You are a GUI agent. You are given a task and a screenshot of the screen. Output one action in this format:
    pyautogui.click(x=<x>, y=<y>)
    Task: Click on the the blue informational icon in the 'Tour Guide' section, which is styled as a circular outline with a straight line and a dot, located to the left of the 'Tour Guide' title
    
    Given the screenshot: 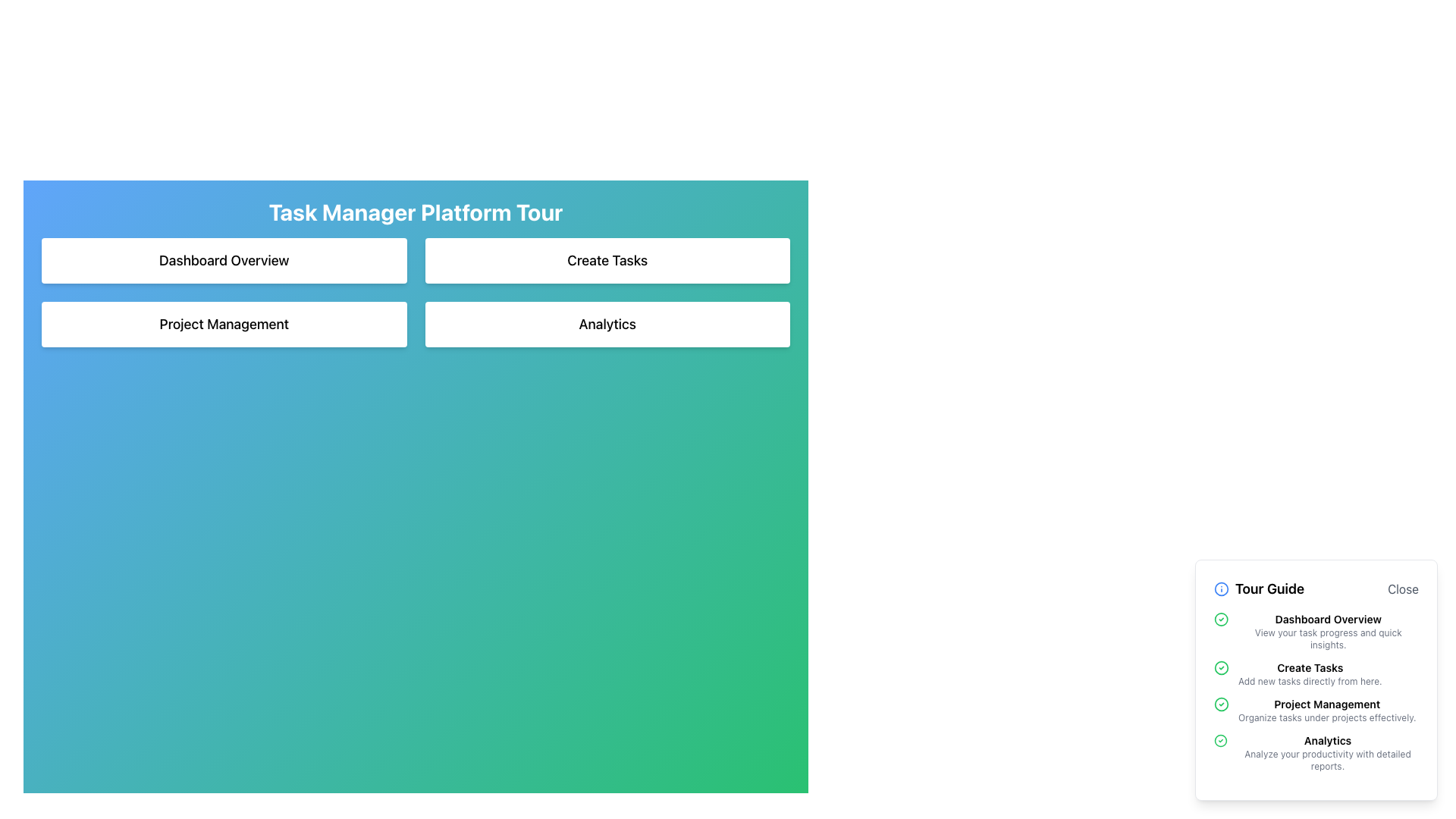 What is the action you would take?
    pyautogui.click(x=1222, y=588)
    